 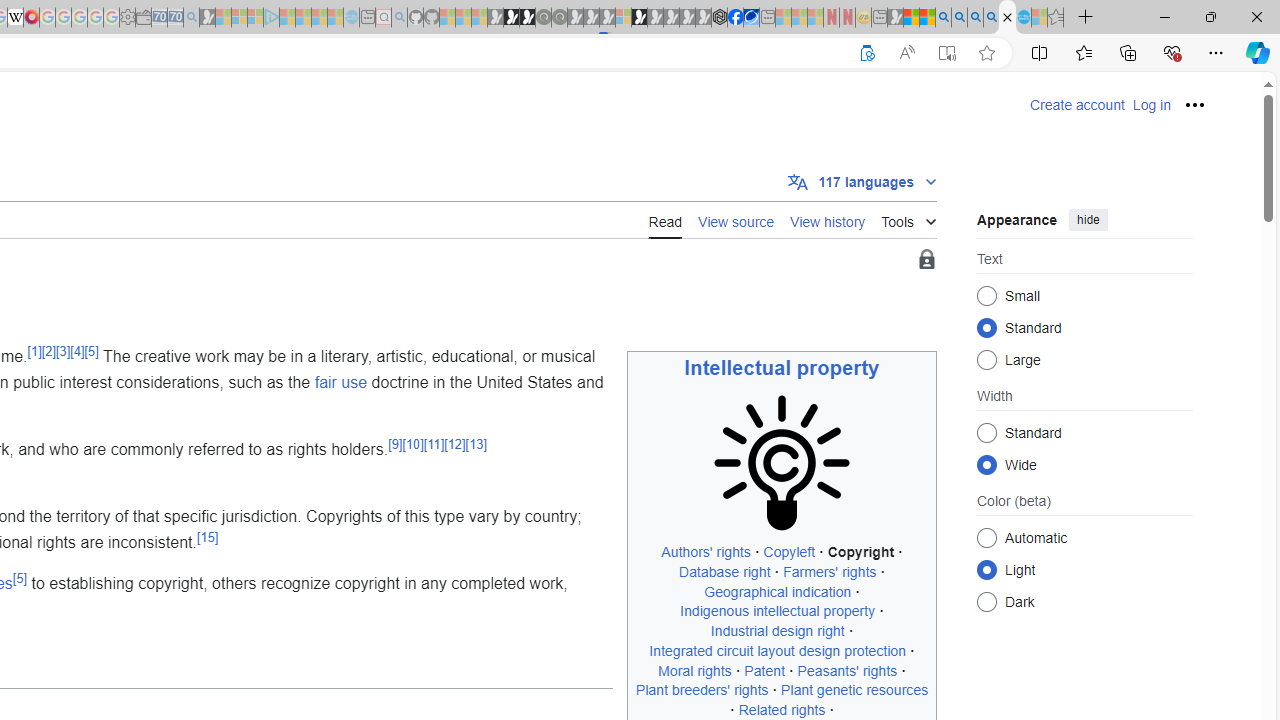 What do you see at coordinates (723, 572) in the screenshot?
I see `'Database right'` at bounding box center [723, 572].